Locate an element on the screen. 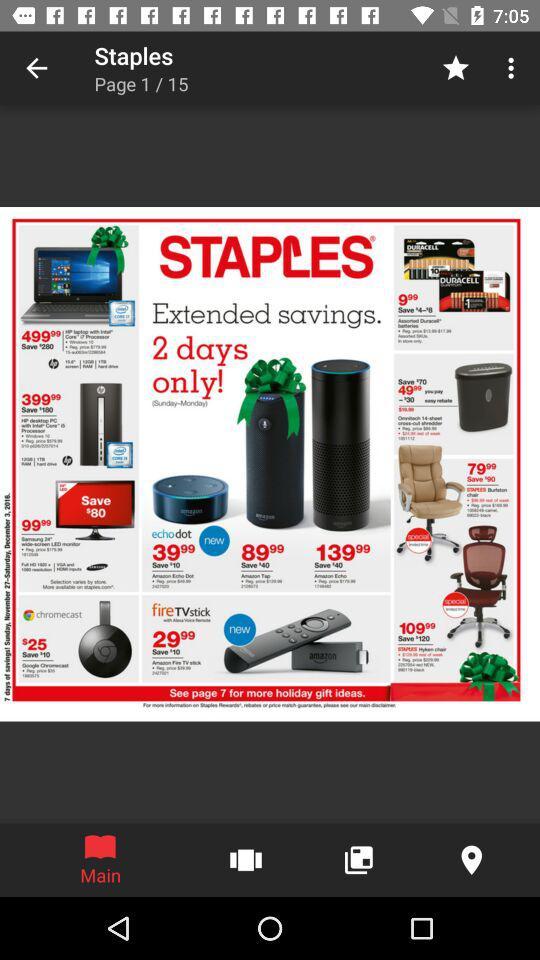  the icon next to the staples item is located at coordinates (36, 68).